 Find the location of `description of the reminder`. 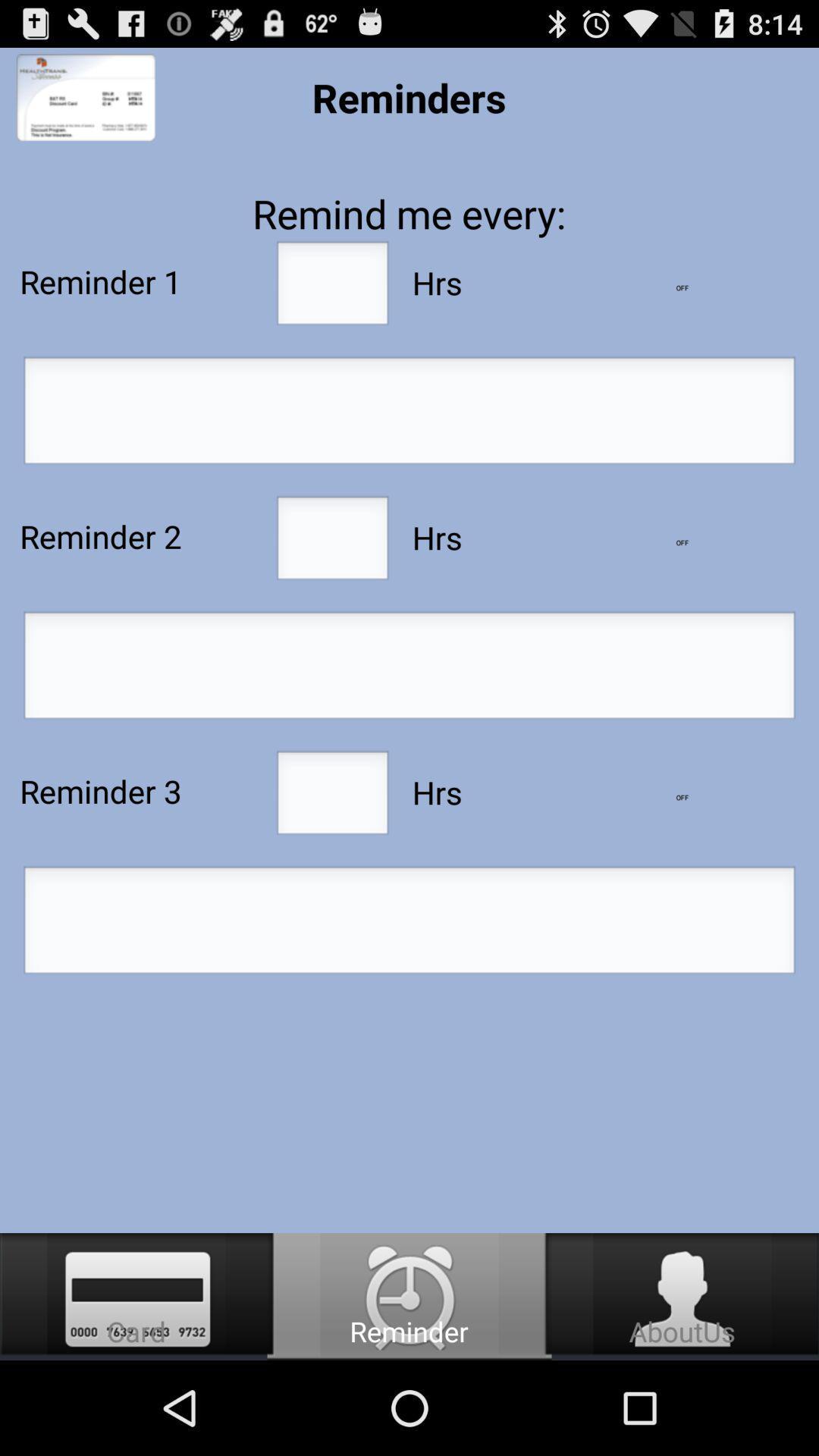

description of the reminder is located at coordinates (409, 415).